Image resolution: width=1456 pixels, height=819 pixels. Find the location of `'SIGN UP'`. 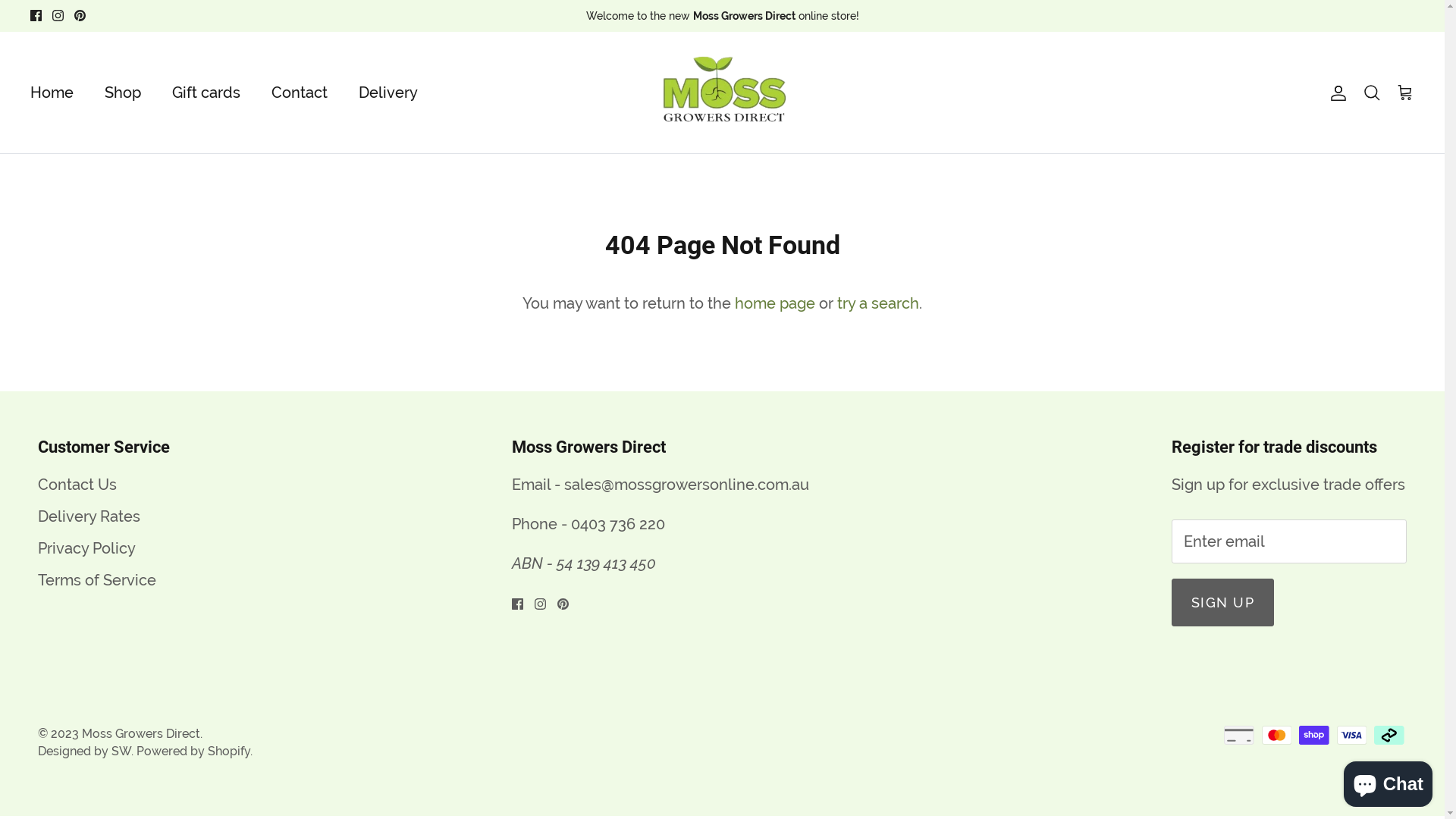

'SIGN UP' is located at coordinates (1222, 601).